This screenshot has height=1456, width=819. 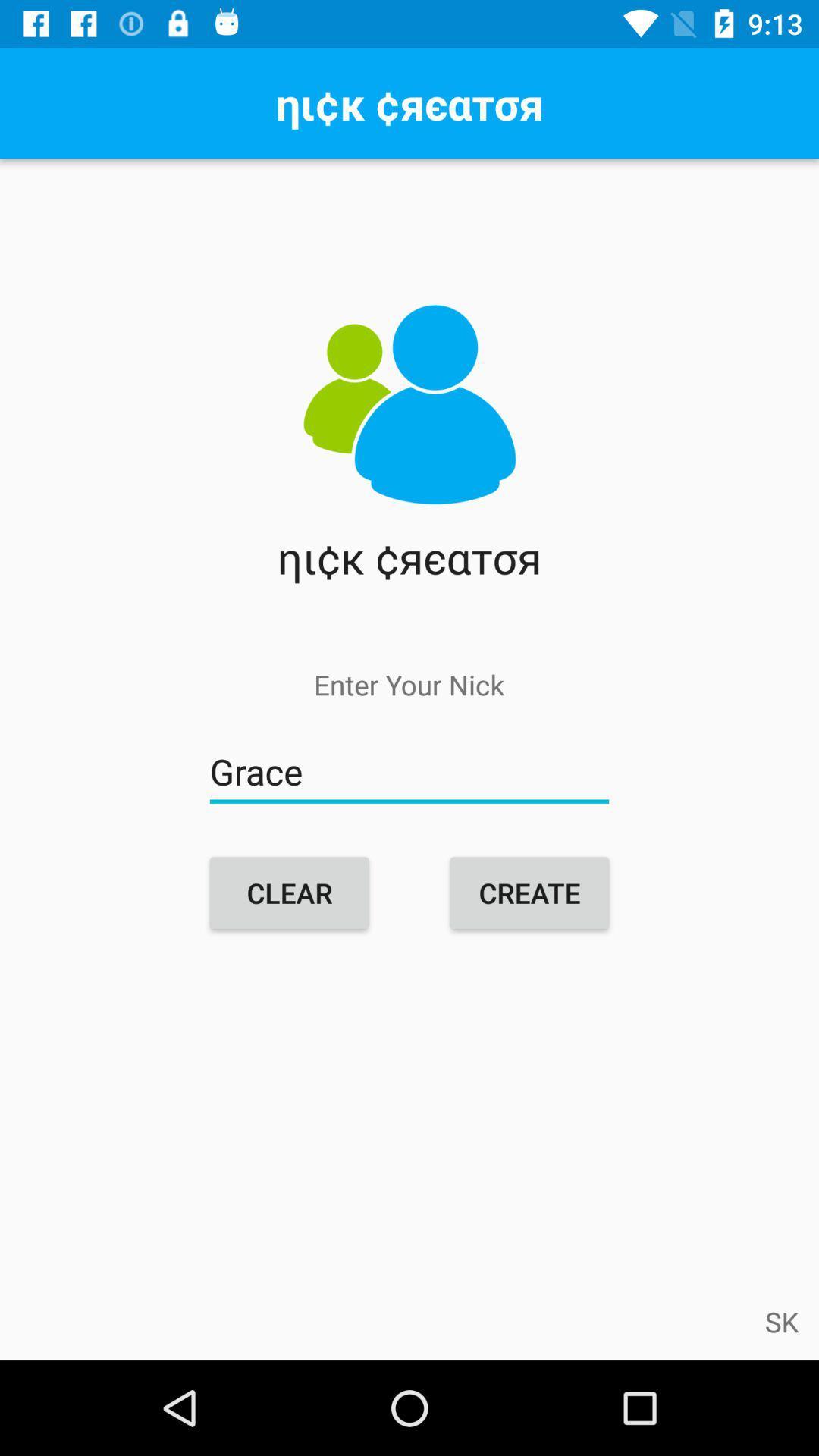 I want to click on item at the bottom right corner, so click(x=782, y=1320).